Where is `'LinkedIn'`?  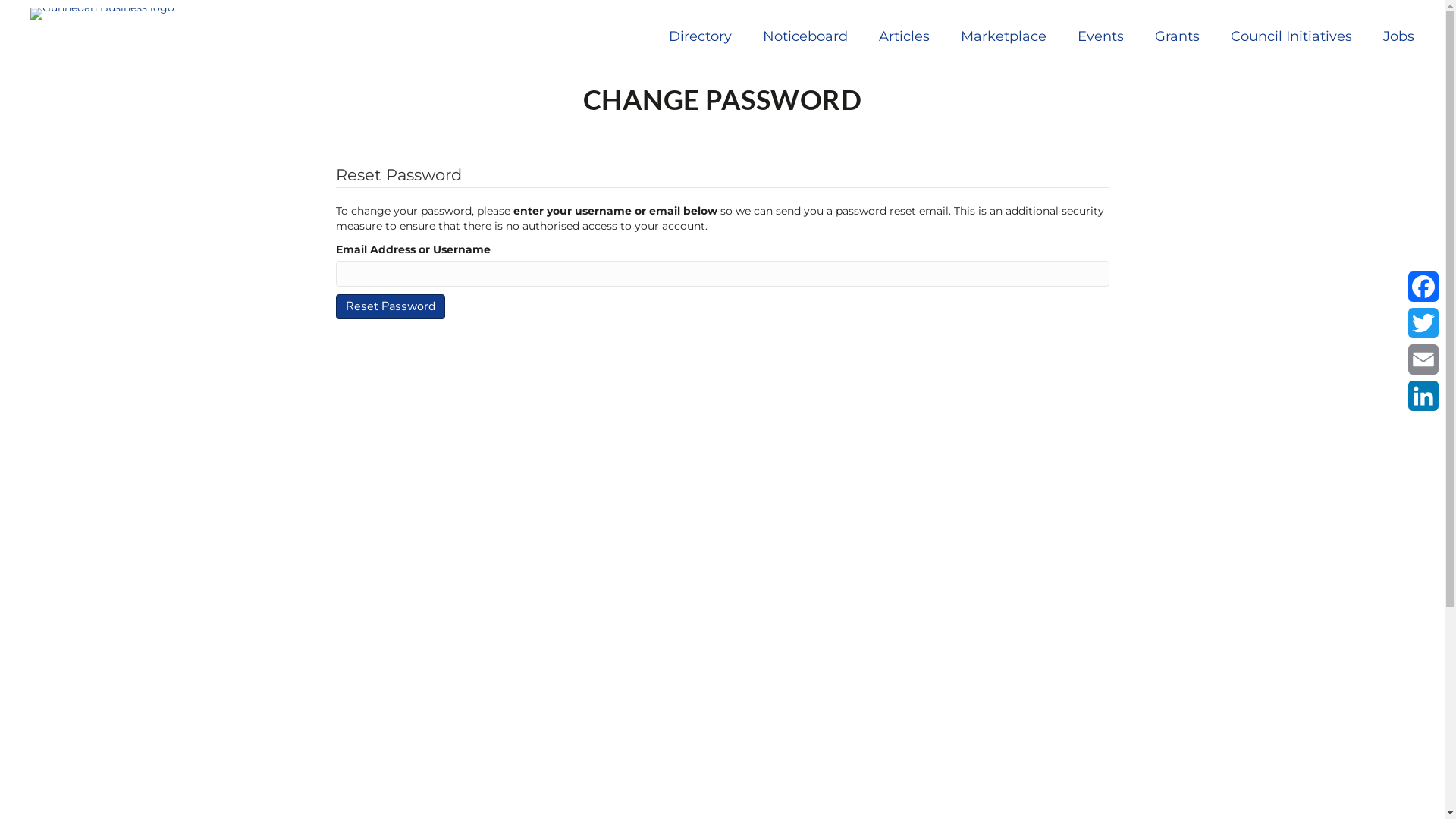
'LinkedIn' is located at coordinates (1422, 394).